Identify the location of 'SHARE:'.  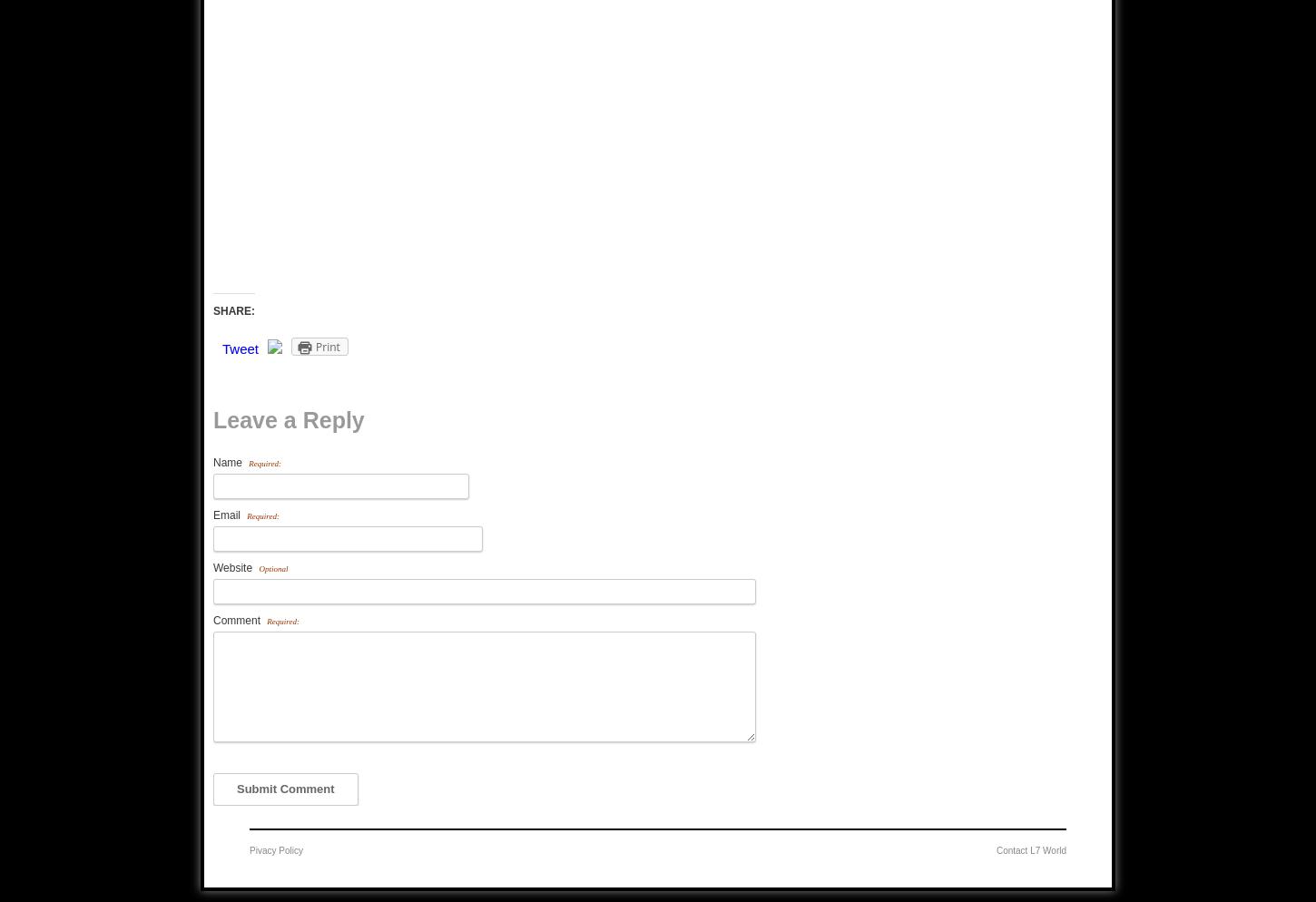
(233, 310).